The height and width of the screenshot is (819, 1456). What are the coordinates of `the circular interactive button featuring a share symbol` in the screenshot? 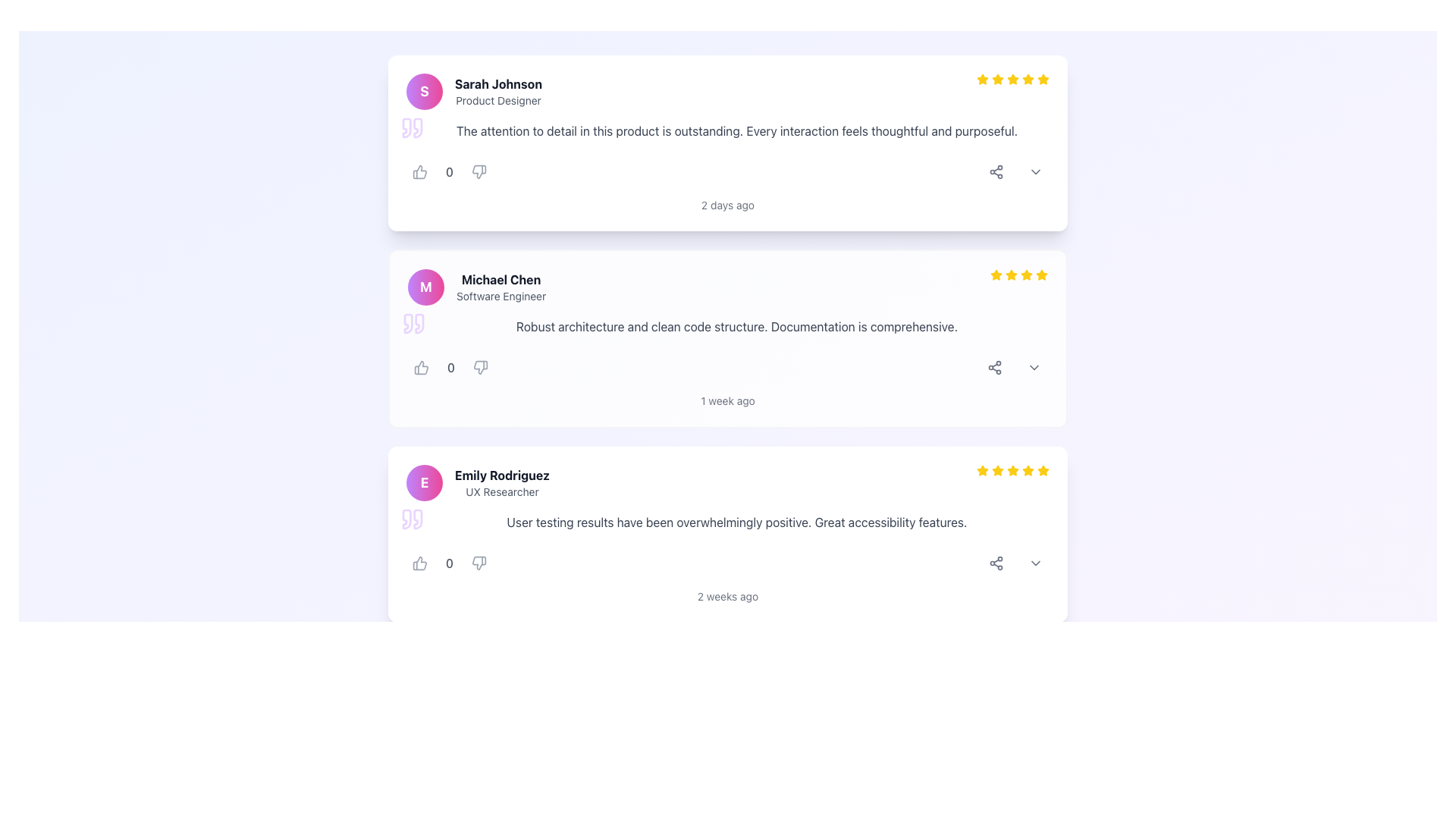 It's located at (996, 563).